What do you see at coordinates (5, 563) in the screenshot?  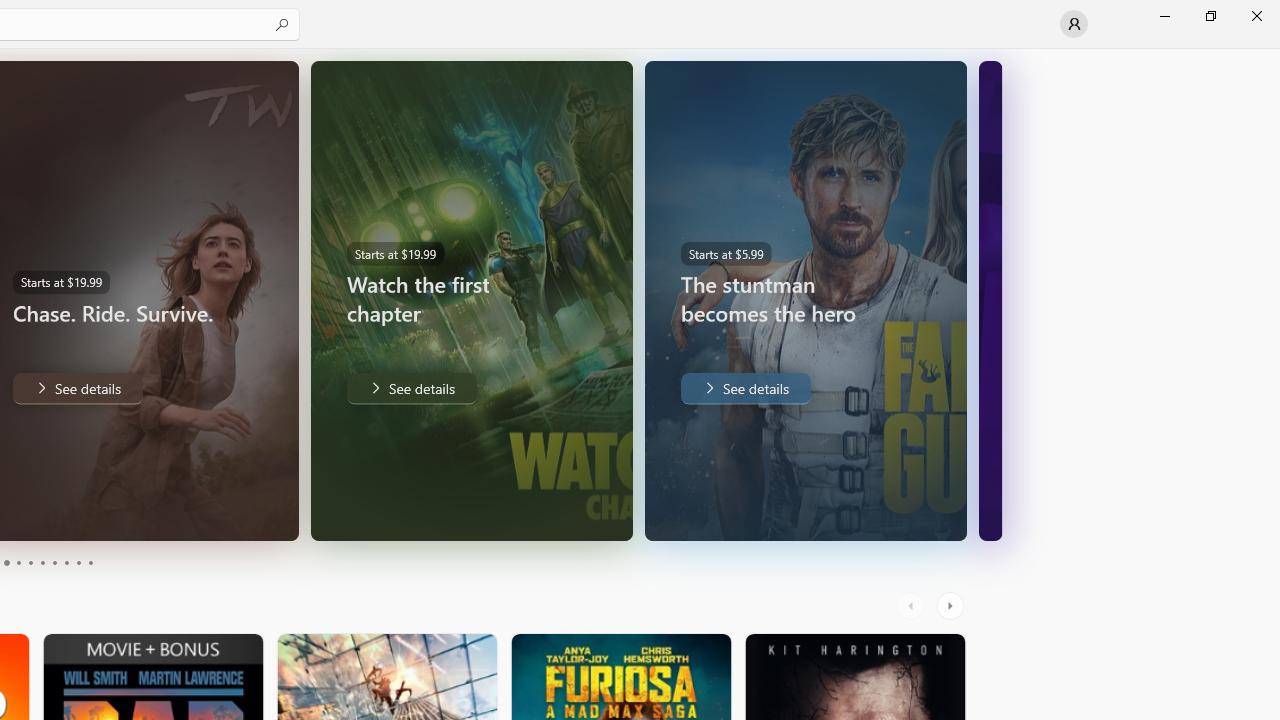 I see `'Page 3'` at bounding box center [5, 563].